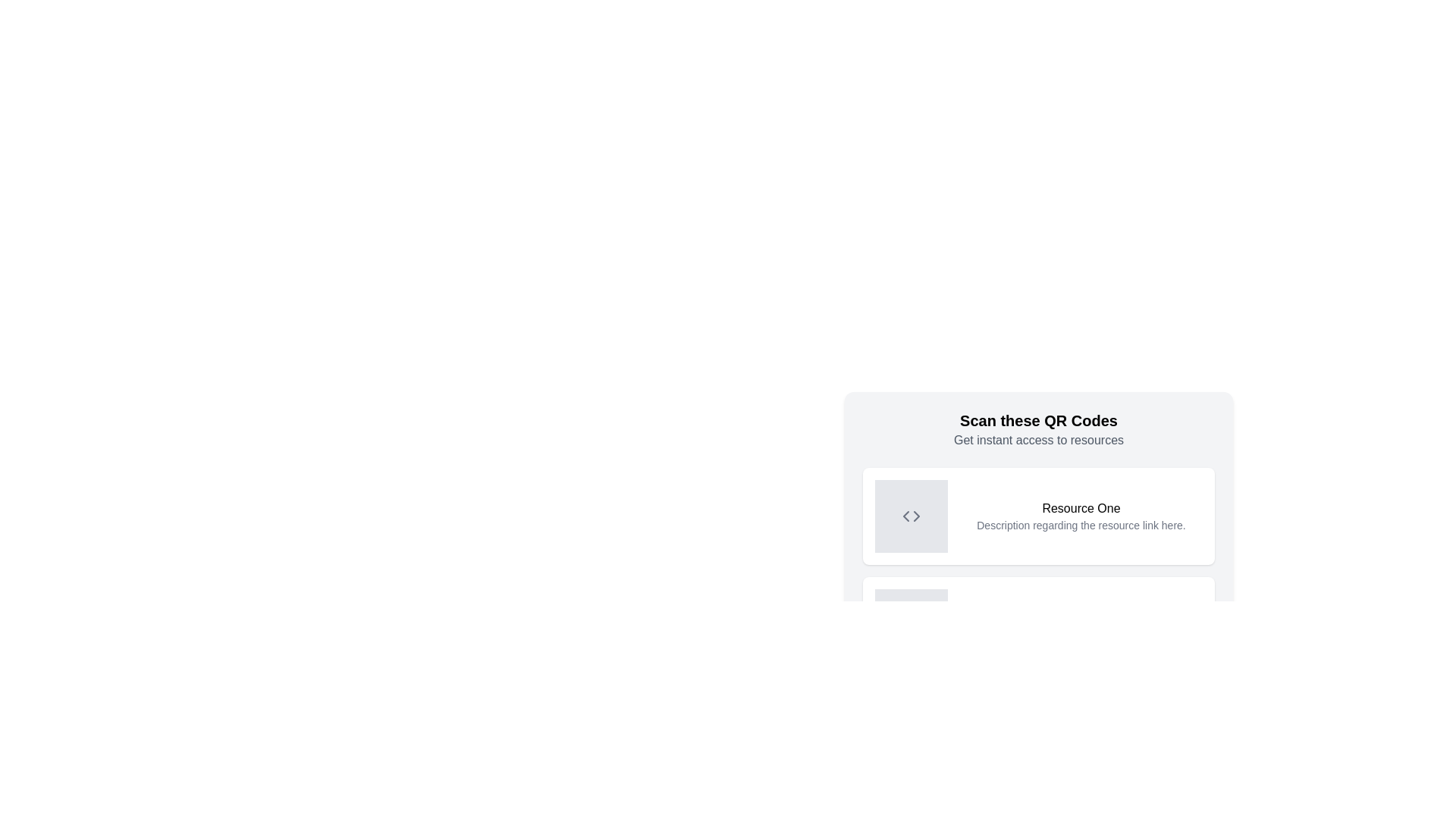 This screenshot has height=819, width=1456. Describe the element at coordinates (1037, 570) in the screenshot. I see `the Information display section that introduces 'Resource One', located within the card titled 'Scan these QR Codes', positioned below 'Get instant access to resources' and above 'Resource Two'` at that location.